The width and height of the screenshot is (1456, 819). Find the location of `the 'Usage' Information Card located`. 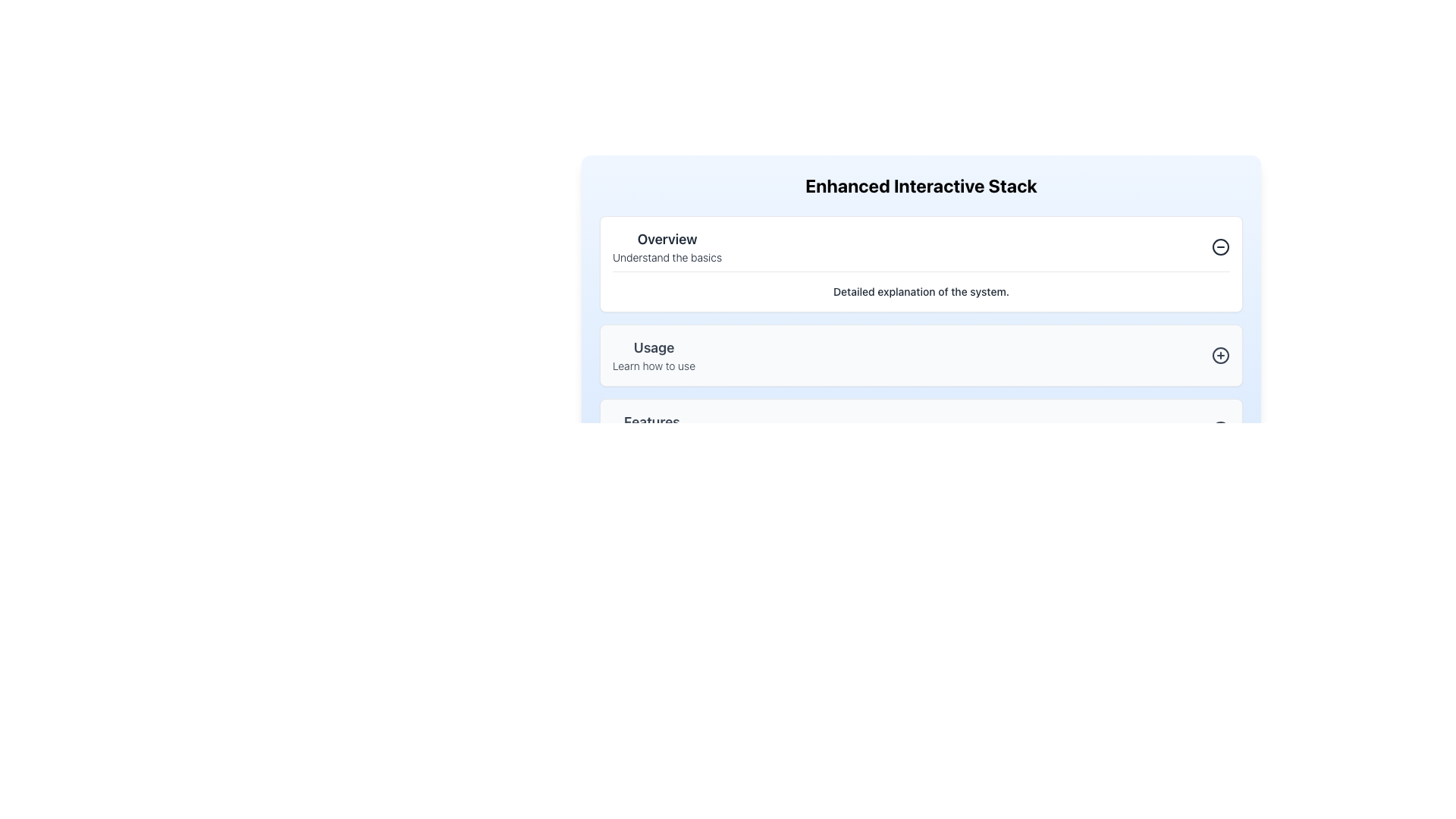

the 'Usage' Information Card located is located at coordinates (920, 337).